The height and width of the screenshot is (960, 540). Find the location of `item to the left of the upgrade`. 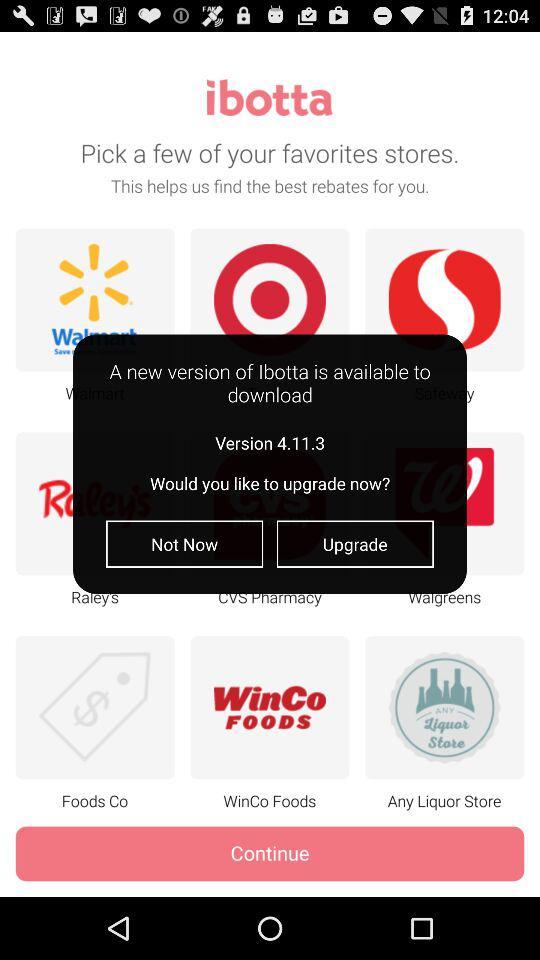

item to the left of the upgrade is located at coordinates (184, 544).